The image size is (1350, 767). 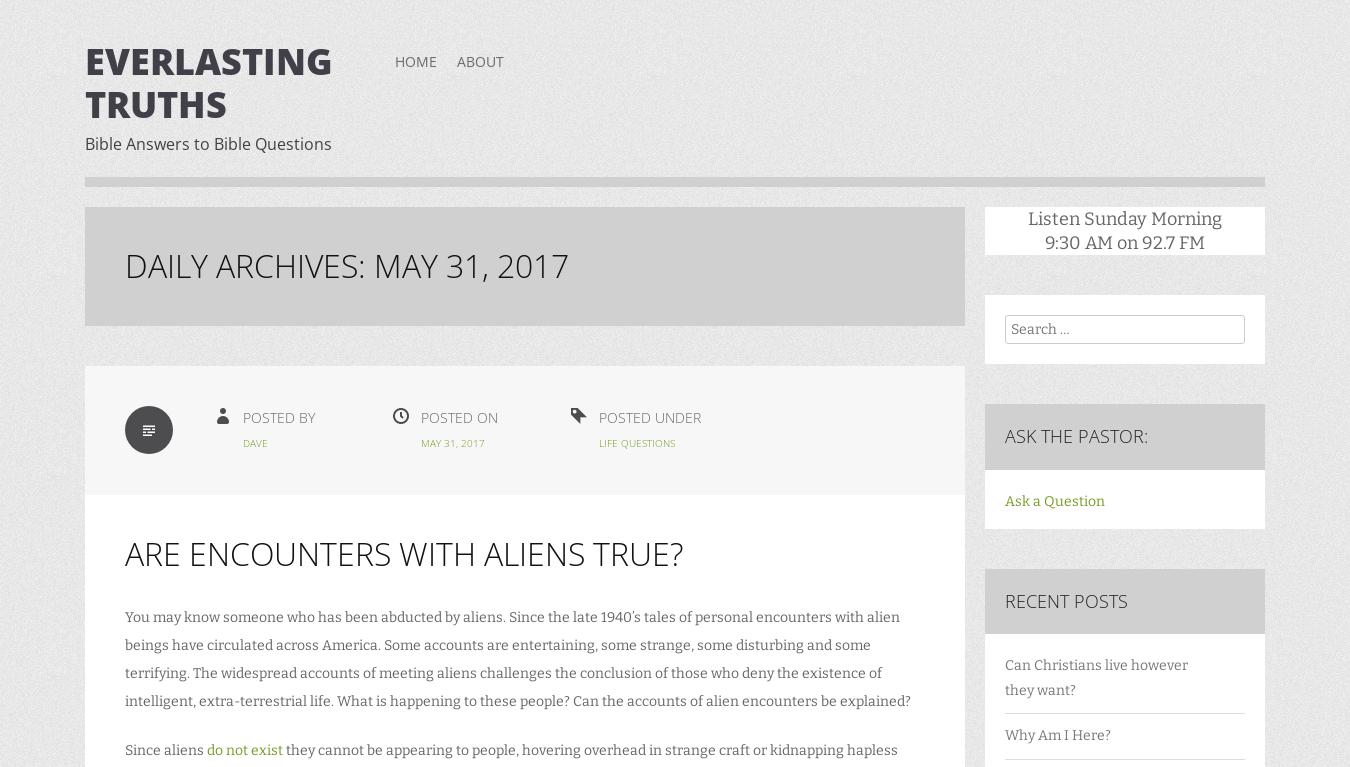 I want to click on 'Recent Posts', so click(x=1066, y=601).